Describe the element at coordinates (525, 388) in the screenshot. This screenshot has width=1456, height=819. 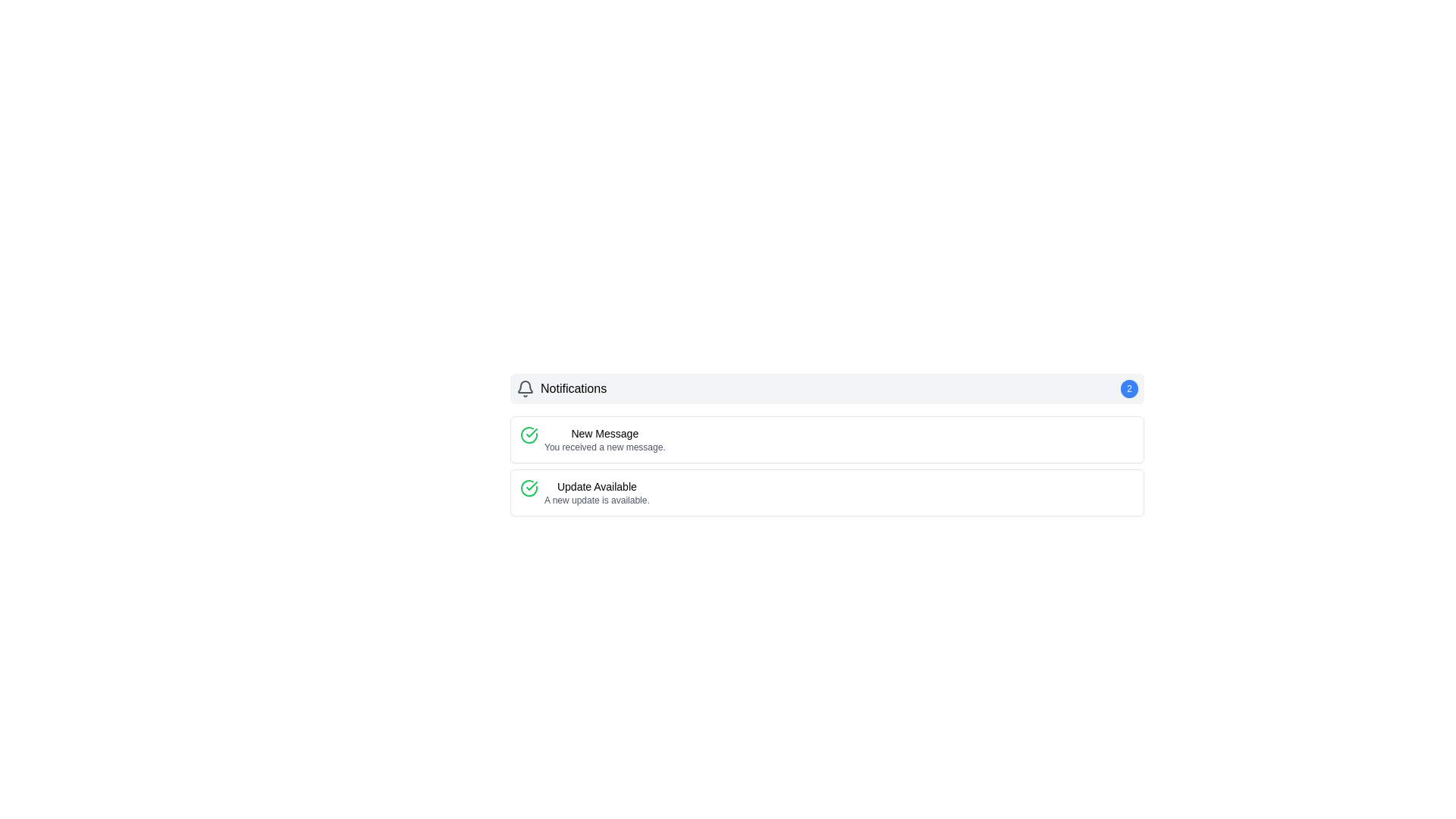
I see `the bell icon representing notifications` at that location.